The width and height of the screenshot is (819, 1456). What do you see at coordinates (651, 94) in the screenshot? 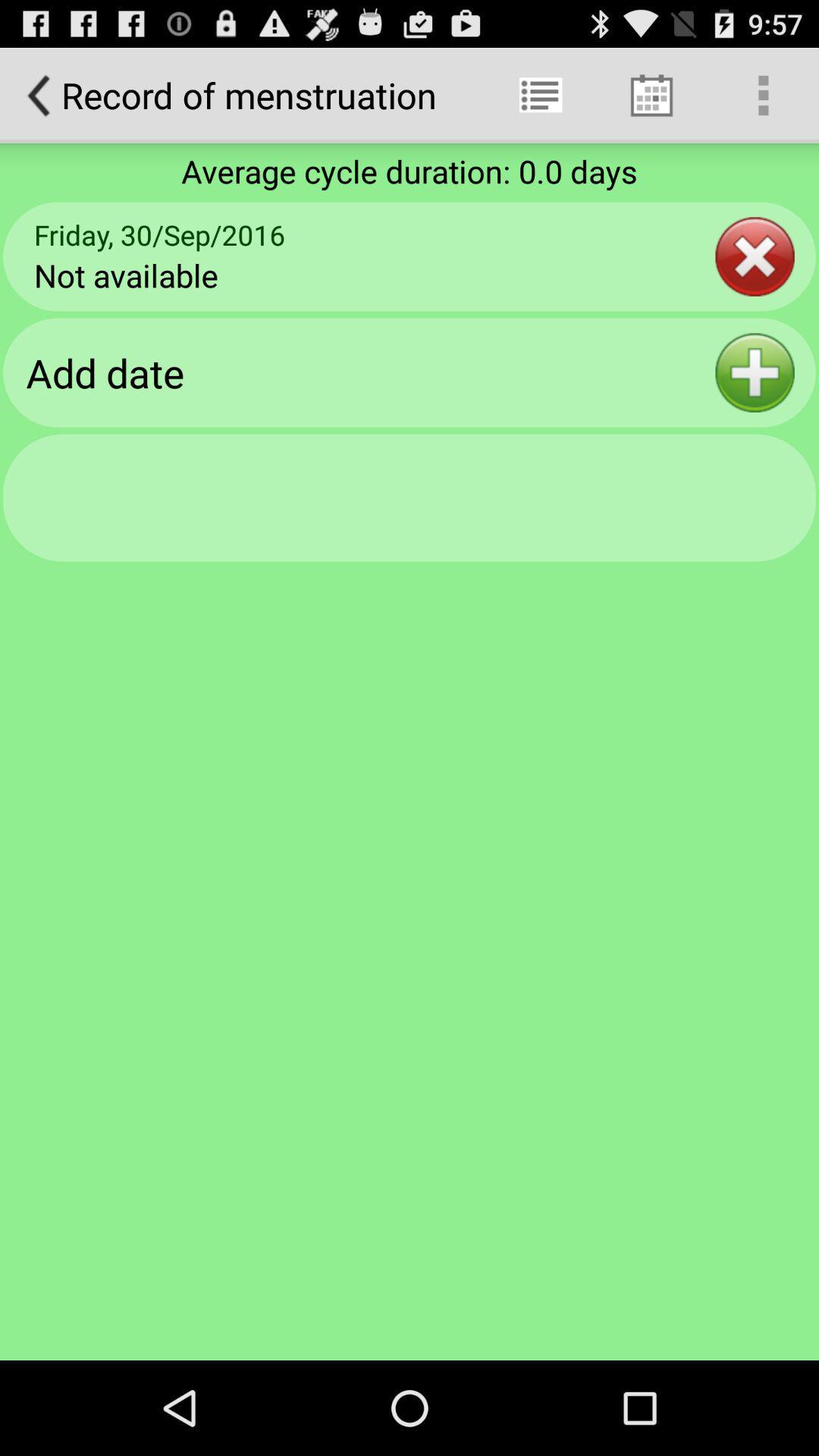
I see `the icon above the average cycle duration item` at bounding box center [651, 94].